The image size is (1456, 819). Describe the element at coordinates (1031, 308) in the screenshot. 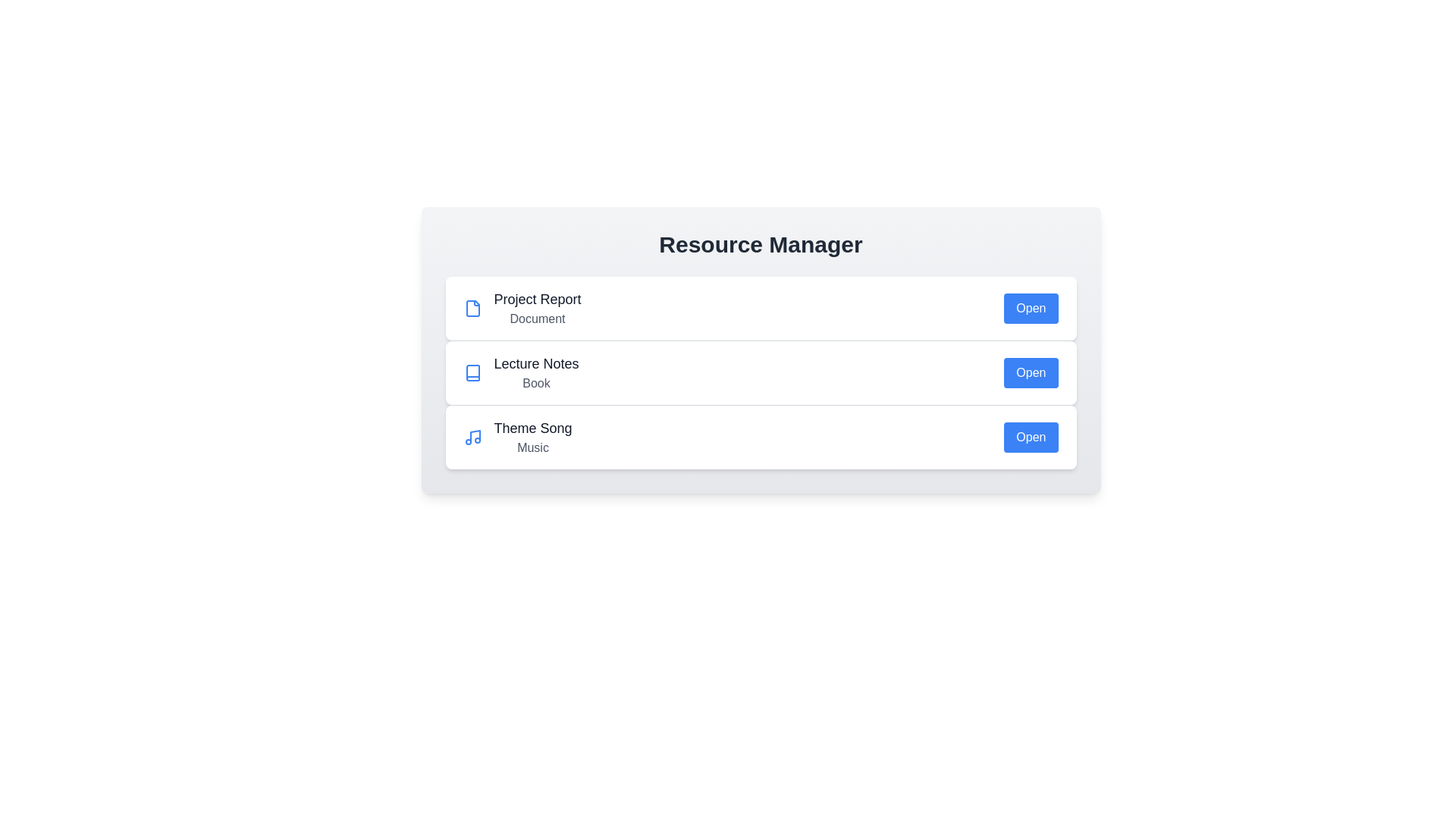

I see `'Open' button for the resource identified by Project Report` at that location.